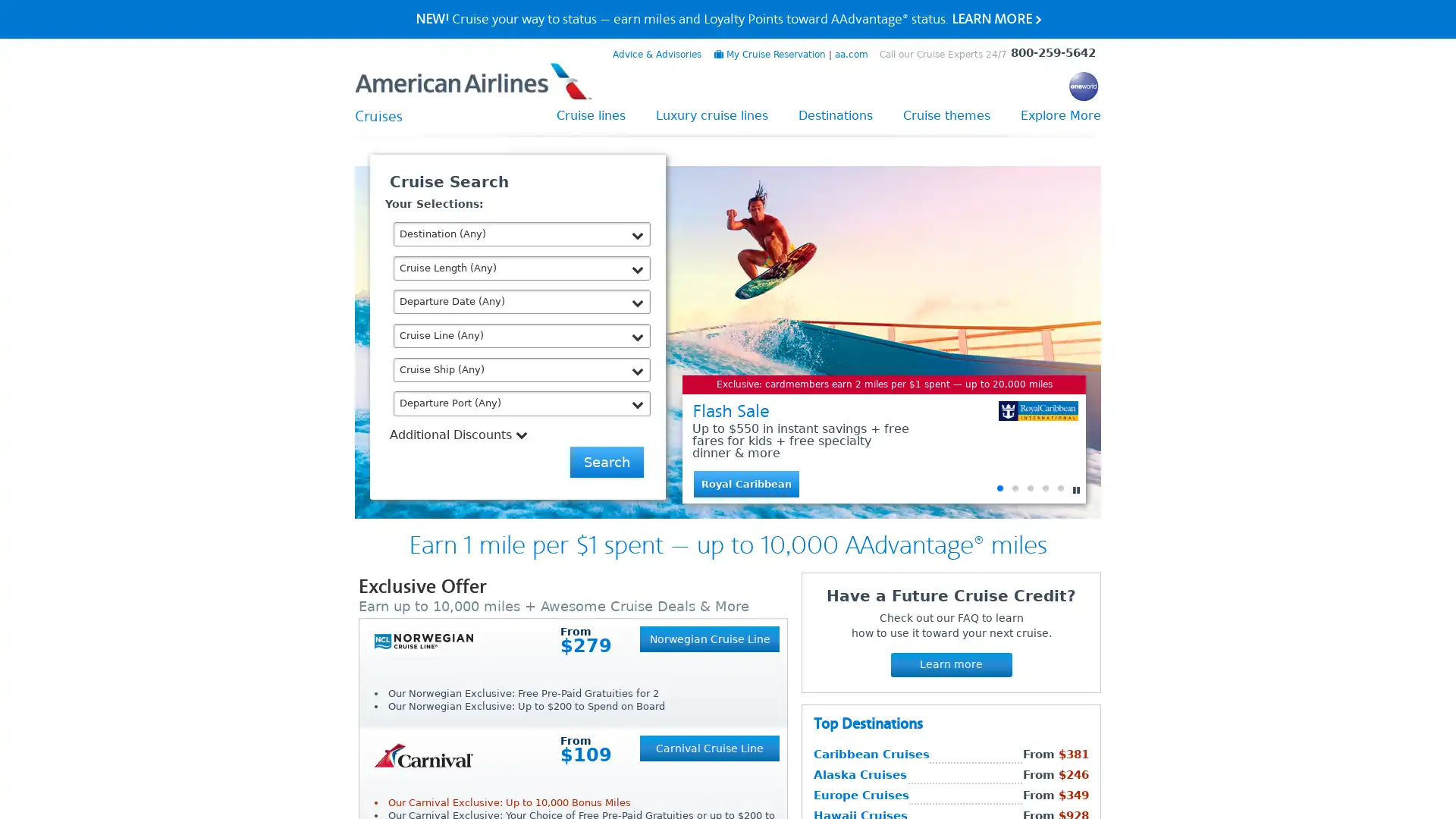 The height and width of the screenshot is (819, 1456). Describe the element at coordinates (1004, 222) in the screenshot. I see `Close` at that location.